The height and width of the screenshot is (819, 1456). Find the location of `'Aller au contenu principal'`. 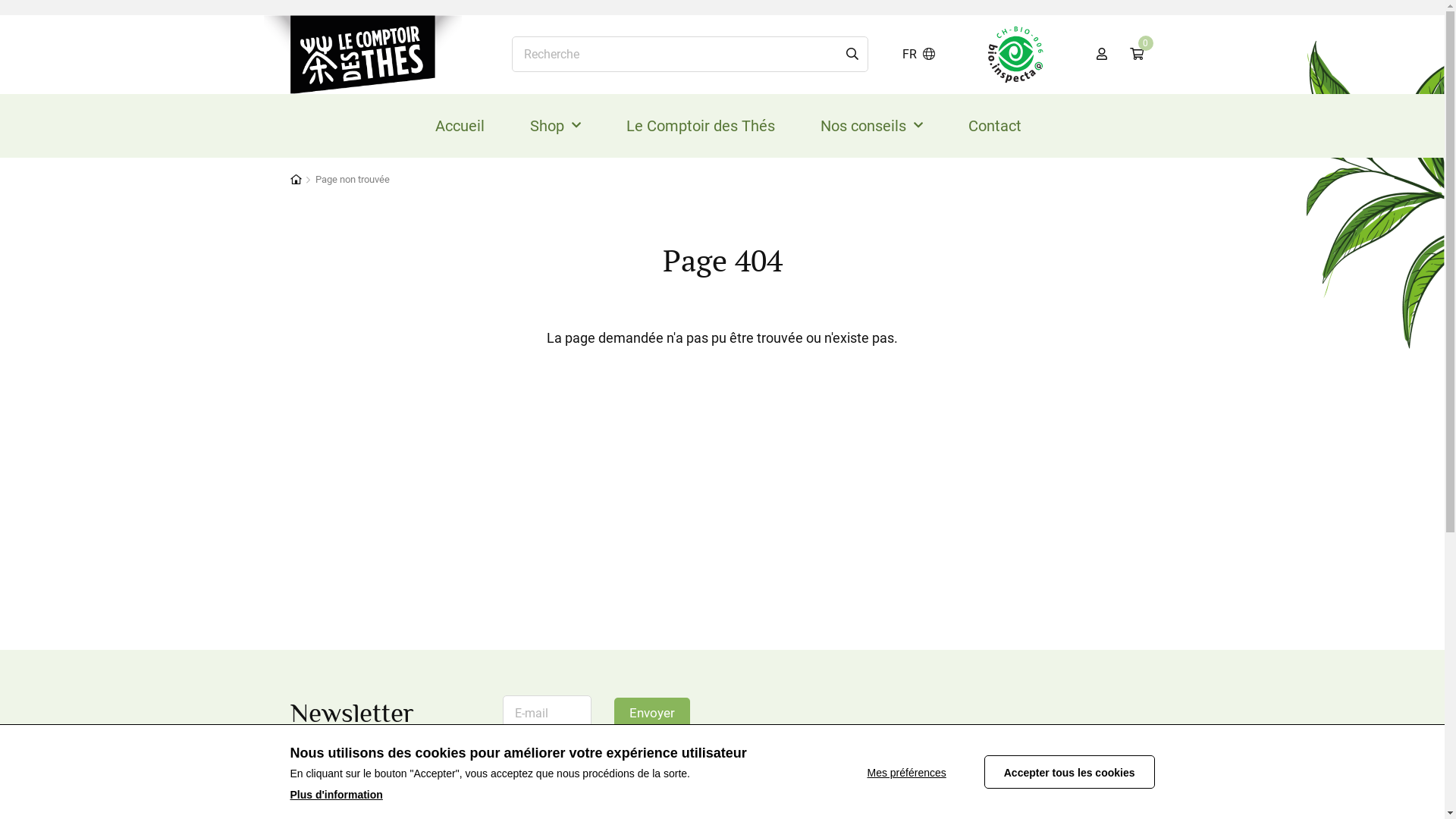

'Aller au contenu principal' is located at coordinates (0, 0).